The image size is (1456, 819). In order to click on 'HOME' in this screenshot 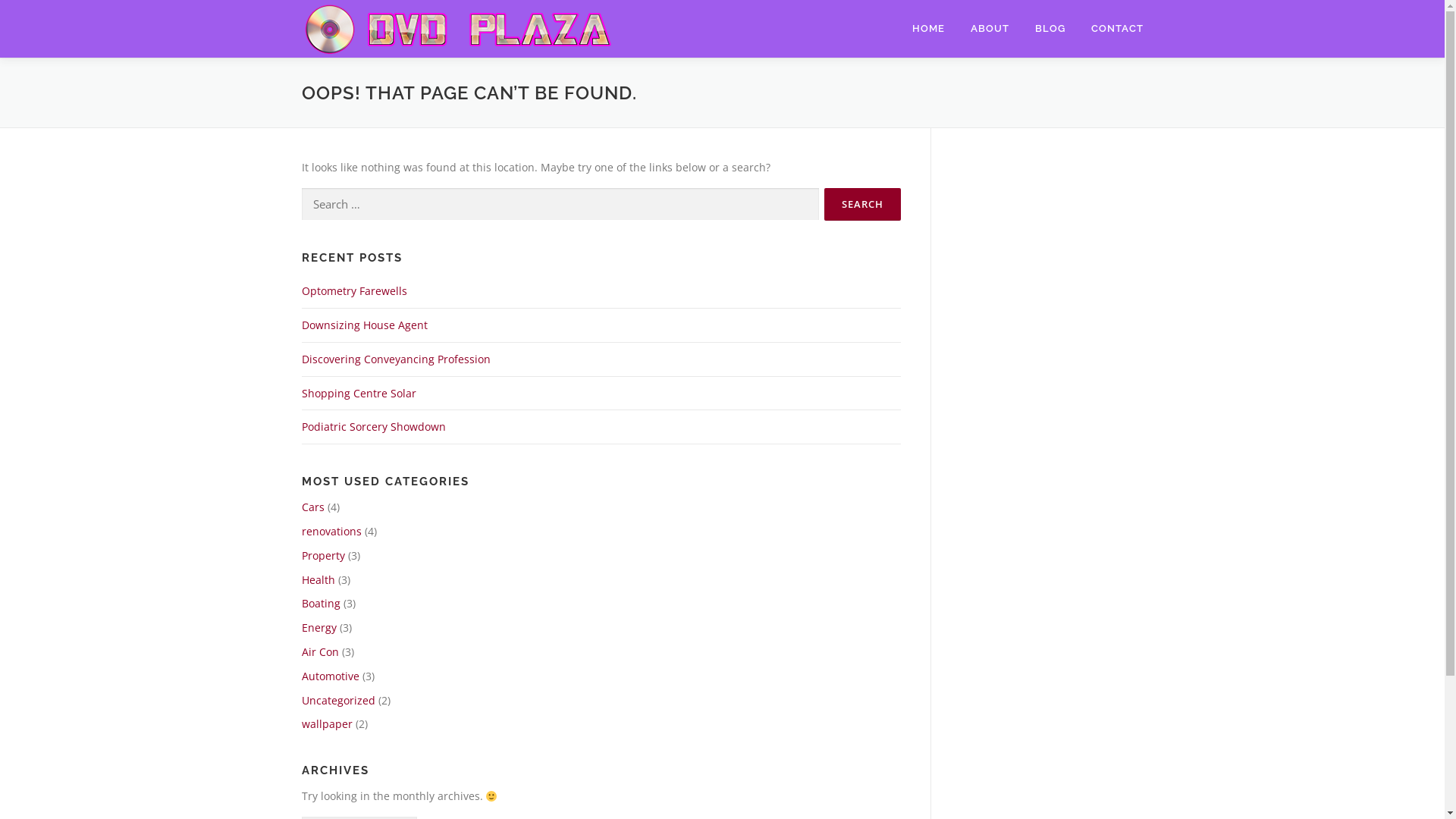, I will do `click(899, 28)`.